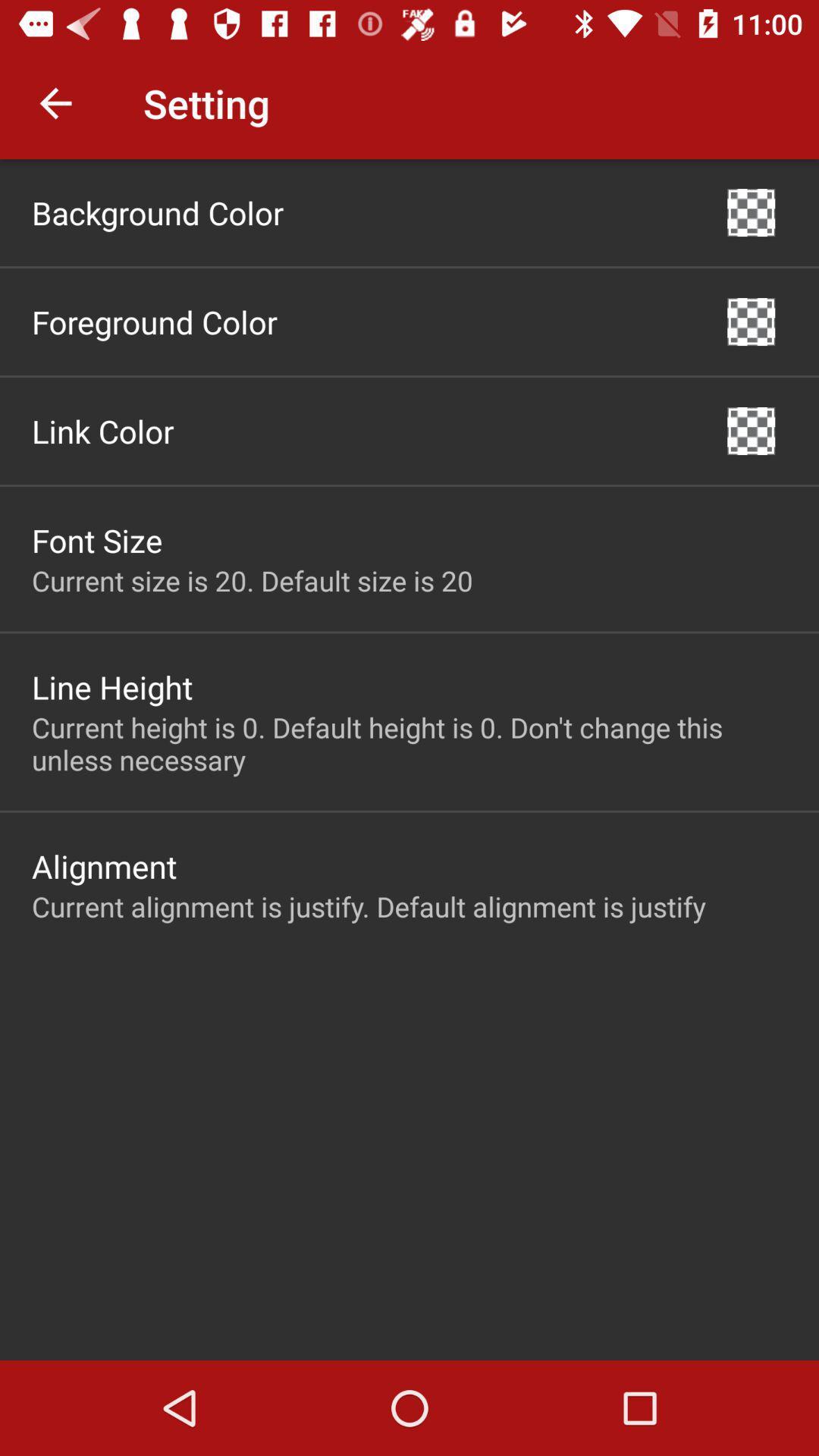  I want to click on item above foreground color icon, so click(158, 212).